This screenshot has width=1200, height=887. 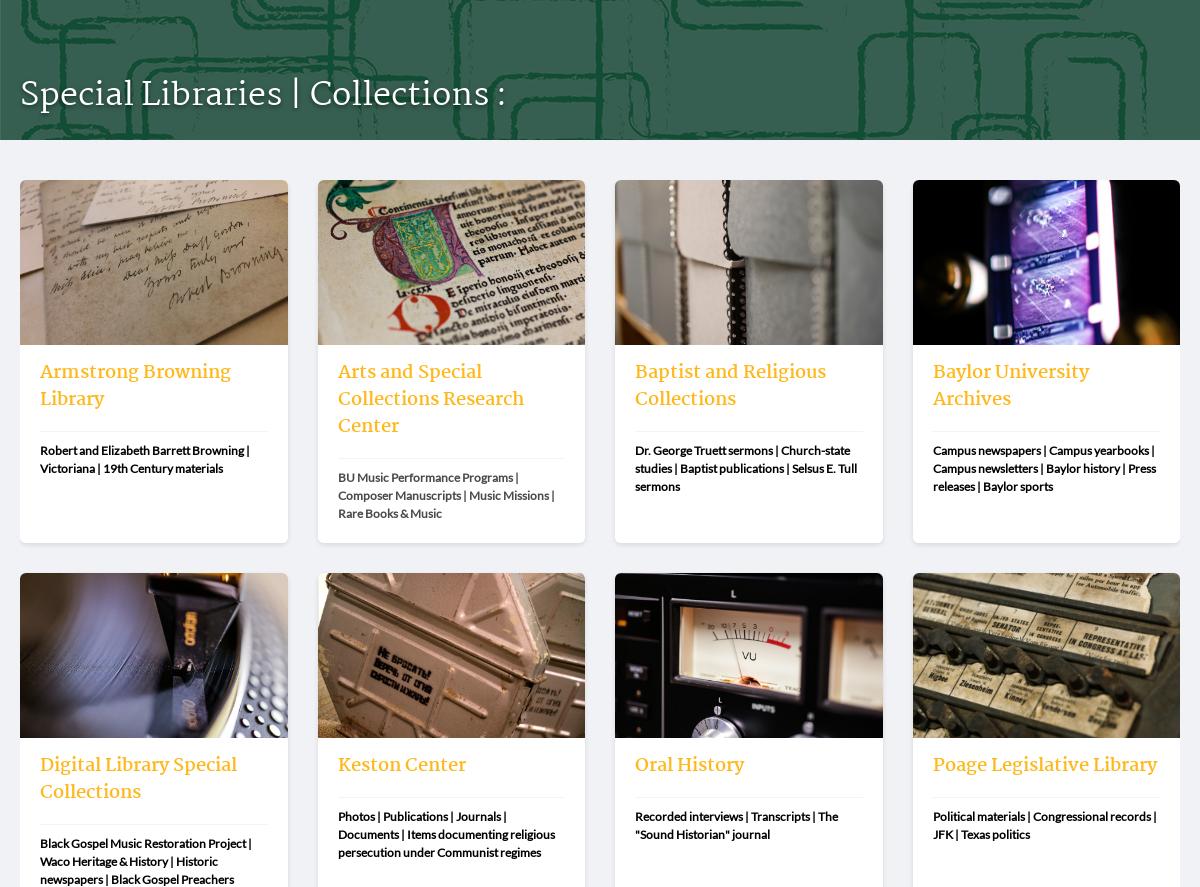 I want to click on 'Robert and Elizabeth Barrett Browning | Victoriana | 19th Century materials', so click(x=146, y=457).